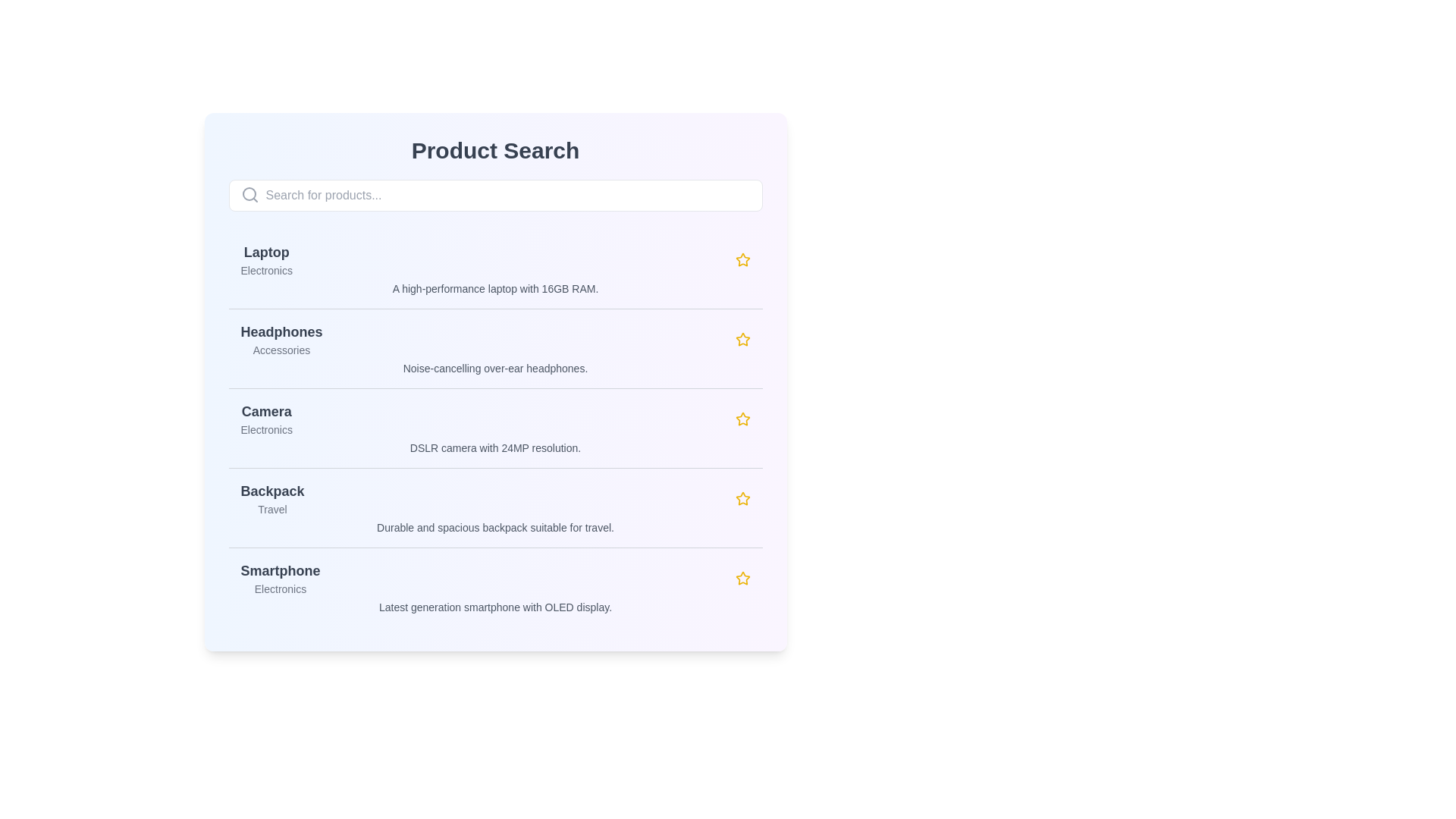 The height and width of the screenshot is (819, 1456). Describe the element at coordinates (281, 331) in the screenshot. I see `text from the Text Label that serves as the primary title for a product entry in the 'HeadphonesAccessories' group, located slightly below the top center of the list` at that location.